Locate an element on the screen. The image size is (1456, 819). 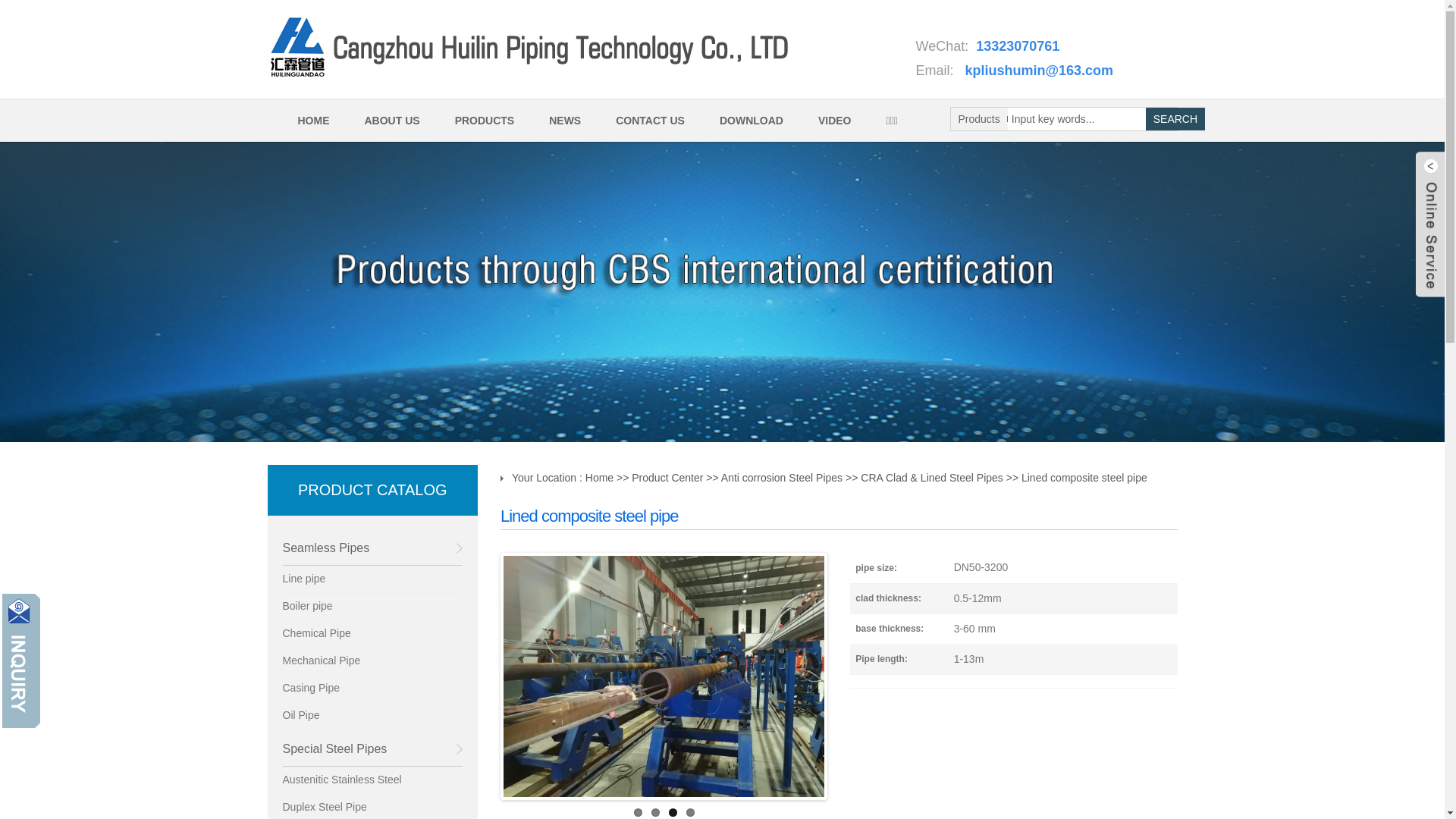
'2' is located at coordinates (651, 811).